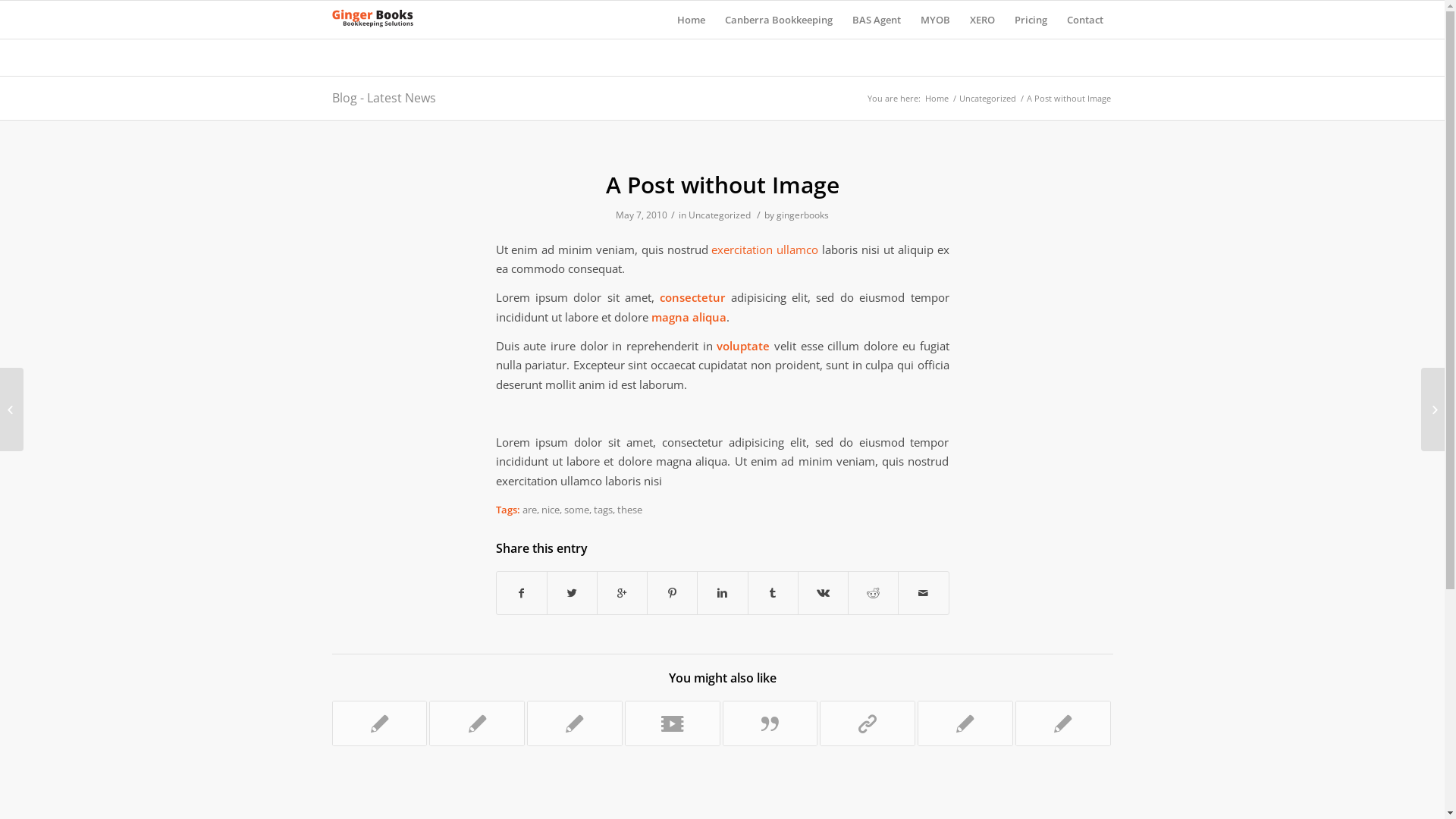  What do you see at coordinates (521, 509) in the screenshot?
I see `'are'` at bounding box center [521, 509].